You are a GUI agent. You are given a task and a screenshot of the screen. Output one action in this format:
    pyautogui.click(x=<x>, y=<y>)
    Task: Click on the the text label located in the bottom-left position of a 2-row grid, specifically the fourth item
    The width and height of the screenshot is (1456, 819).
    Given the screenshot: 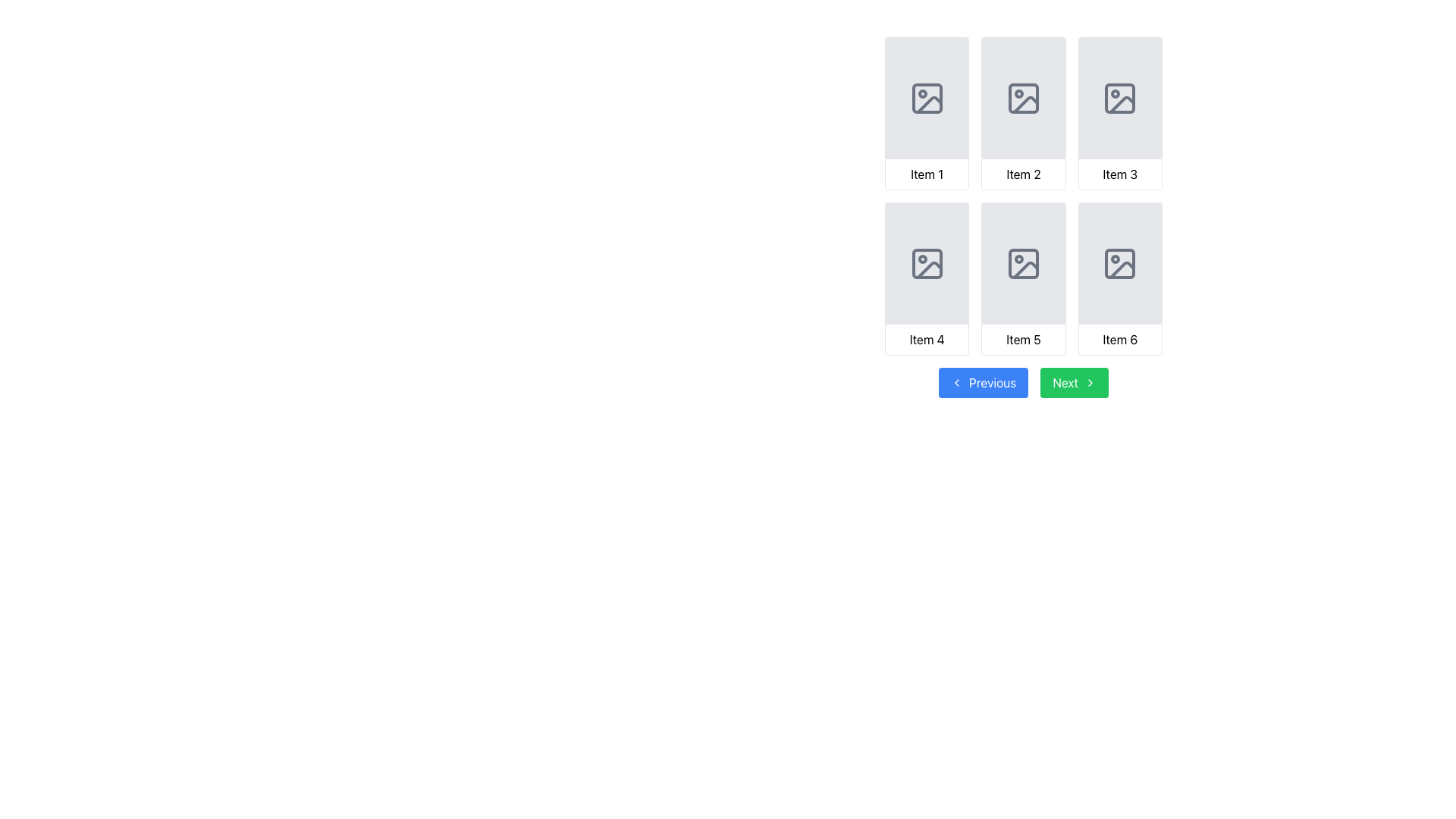 What is the action you would take?
    pyautogui.click(x=926, y=338)
    